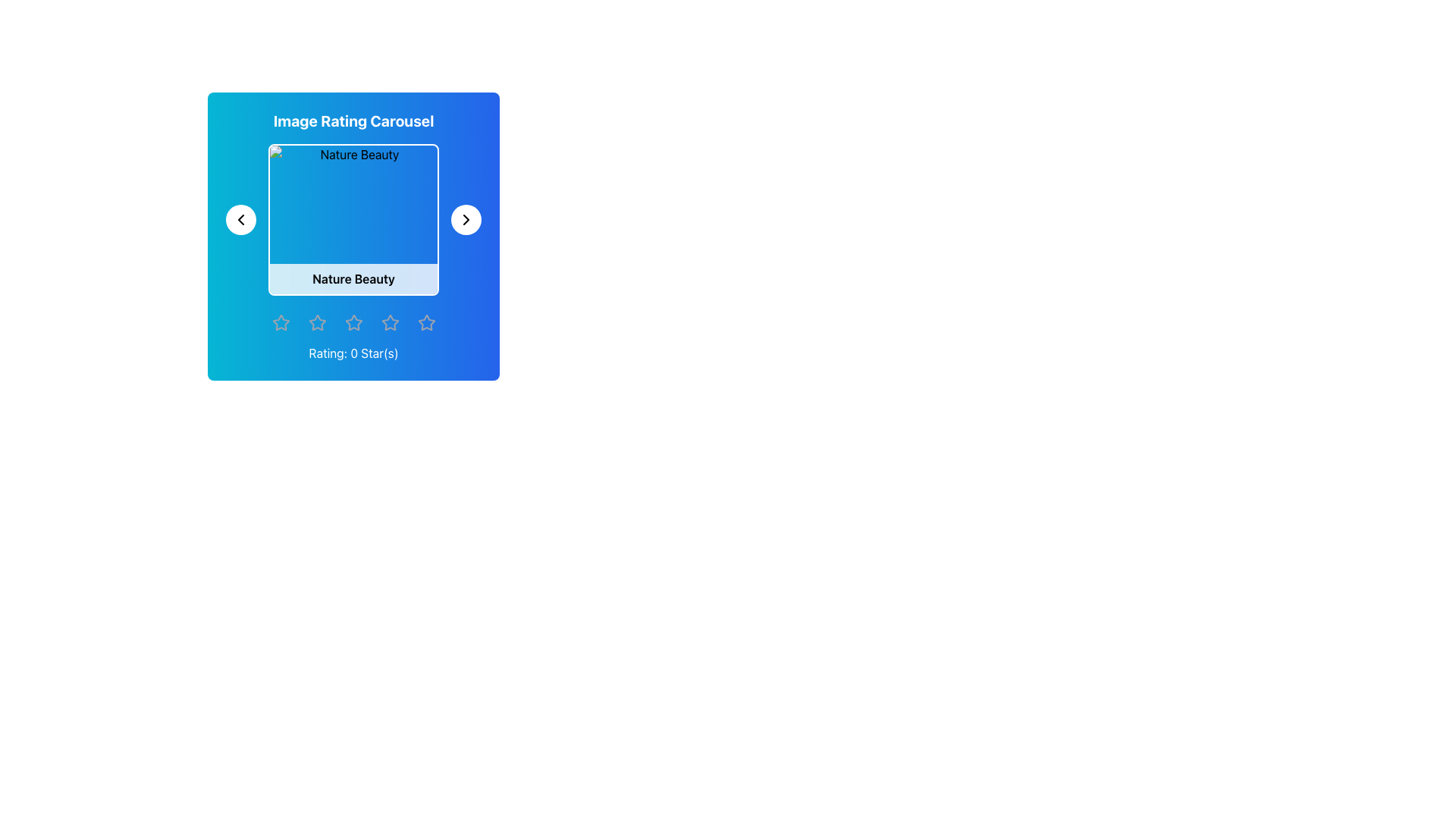 This screenshot has width=1456, height=819. What do you see at coordinates (353, 237) in the screenshot?
I see `the displayed image details in the Carousel Section, which allows for image navigation and ratings` at bounding box center [353, 237].